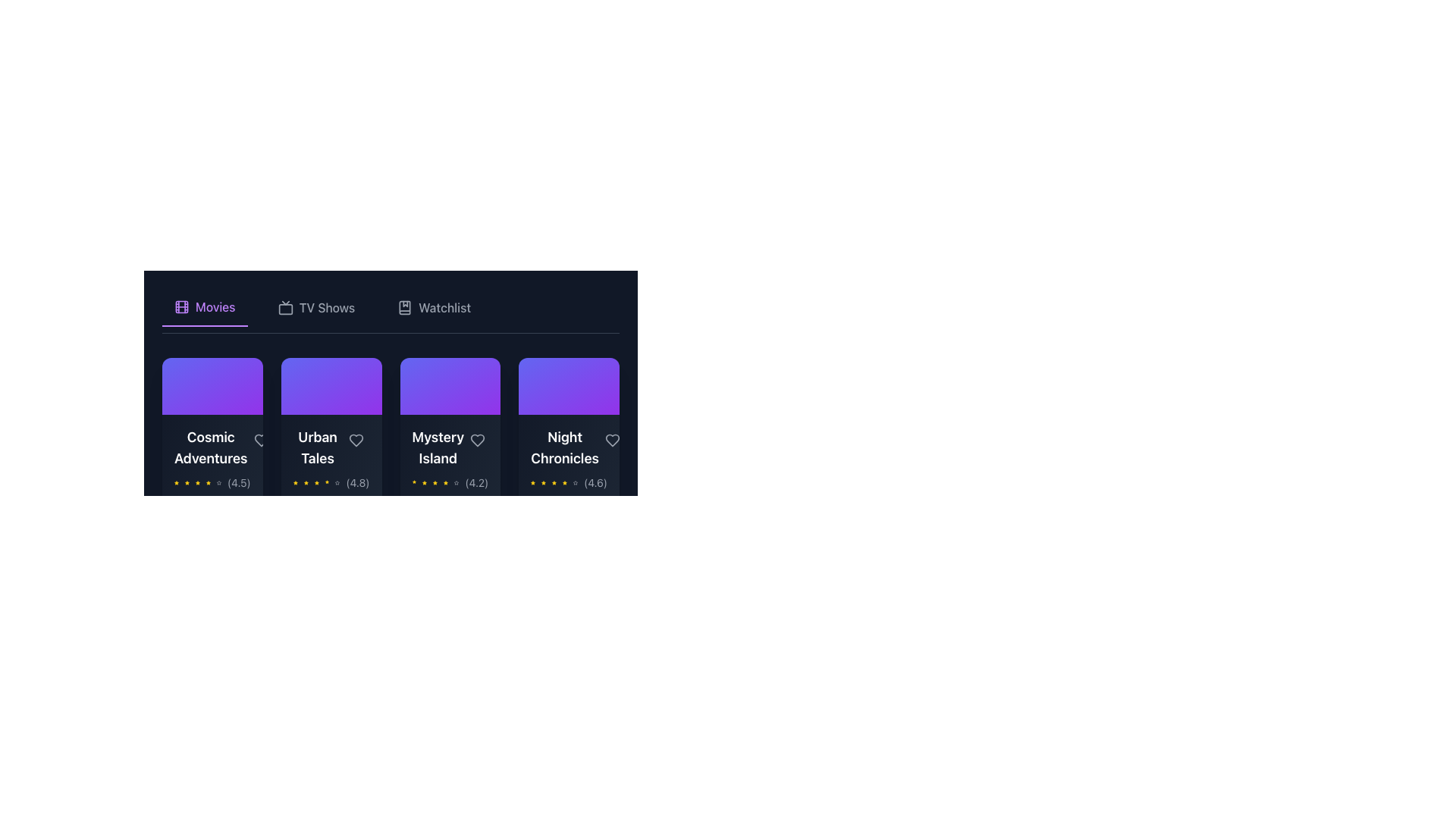 This screenshot has height=819, width=1456. I want to click on the yellow filled star icon representing a rating, which is the third star in the 5-star rating scale beneath the 'Night Chronicles' card to rate it, so click(544, 482).